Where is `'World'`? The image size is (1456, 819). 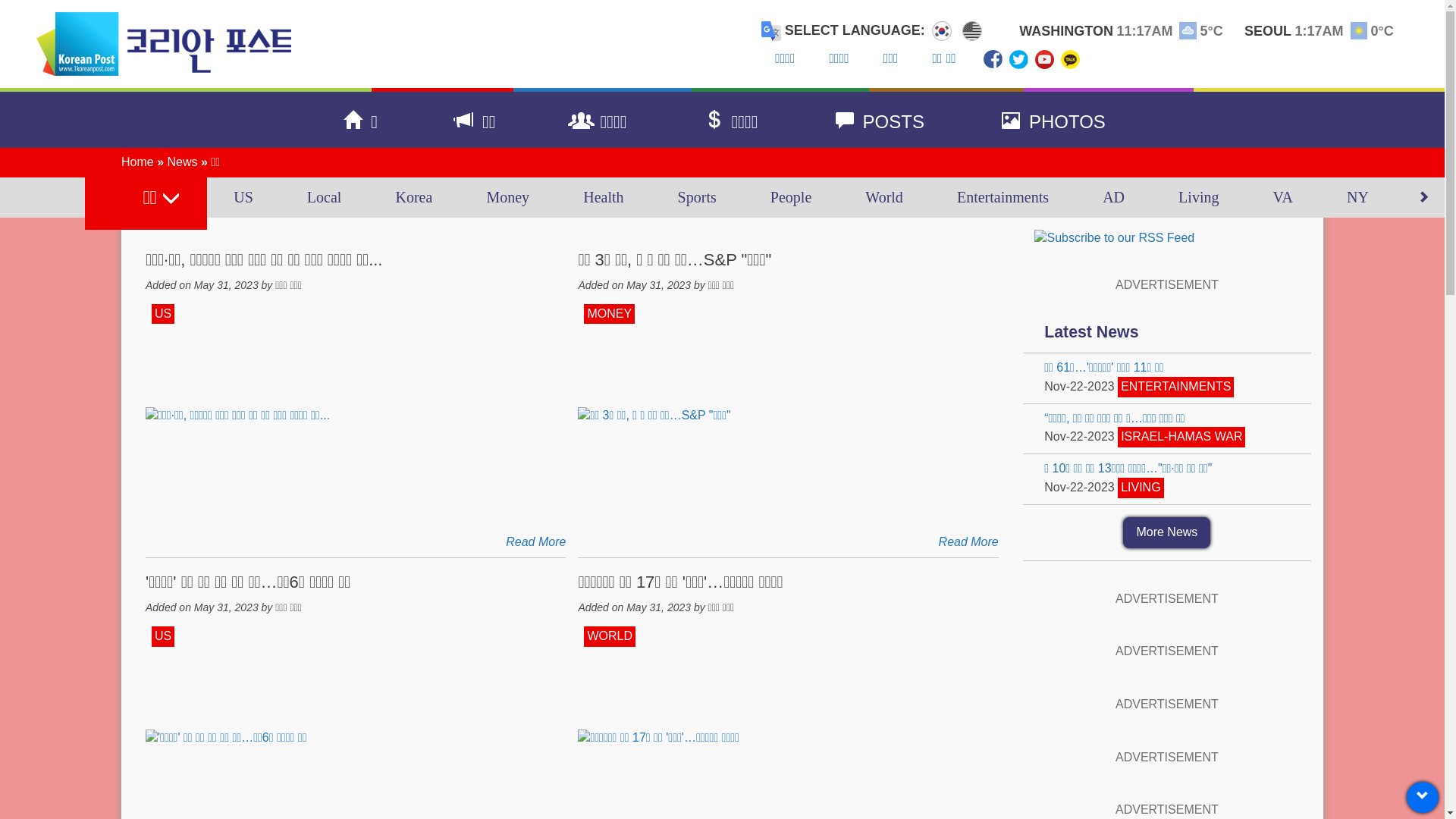
'World' is located at coordinates (884, 197).